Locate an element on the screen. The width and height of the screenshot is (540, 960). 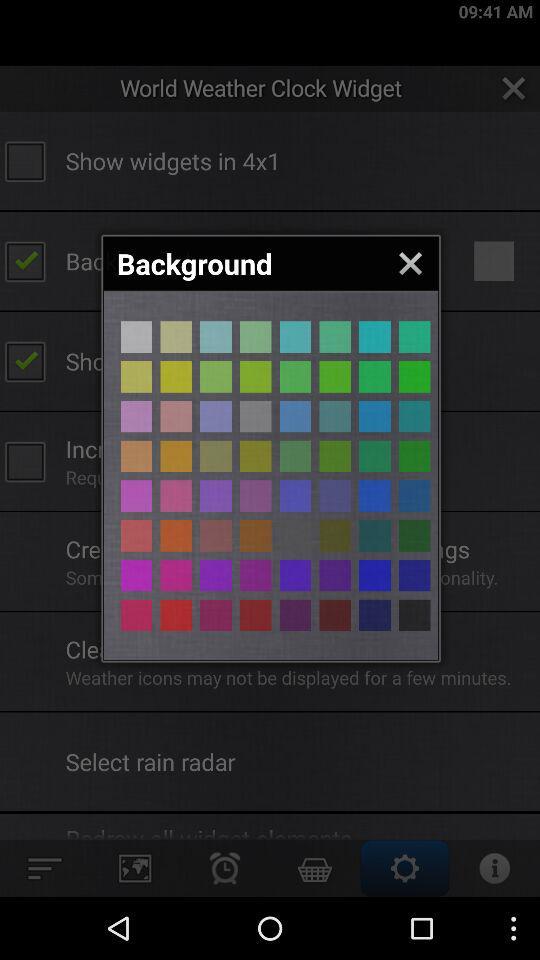
background color is located at coordinates (135, 415).